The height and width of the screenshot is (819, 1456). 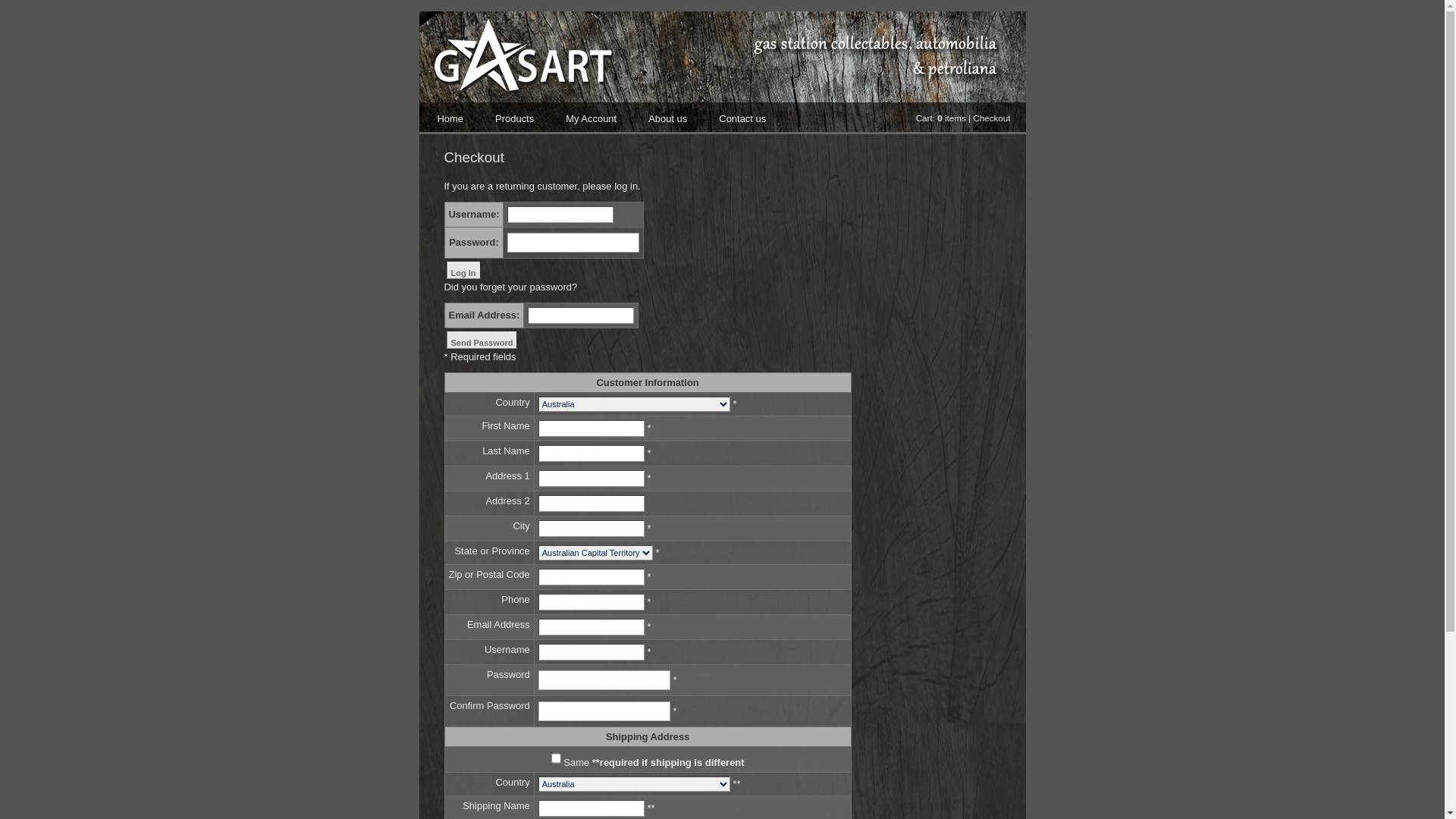 What do you see at coordinates (480, 338) in the screenshot?
I see `'Send Password'` at bounding box center [480, 338].